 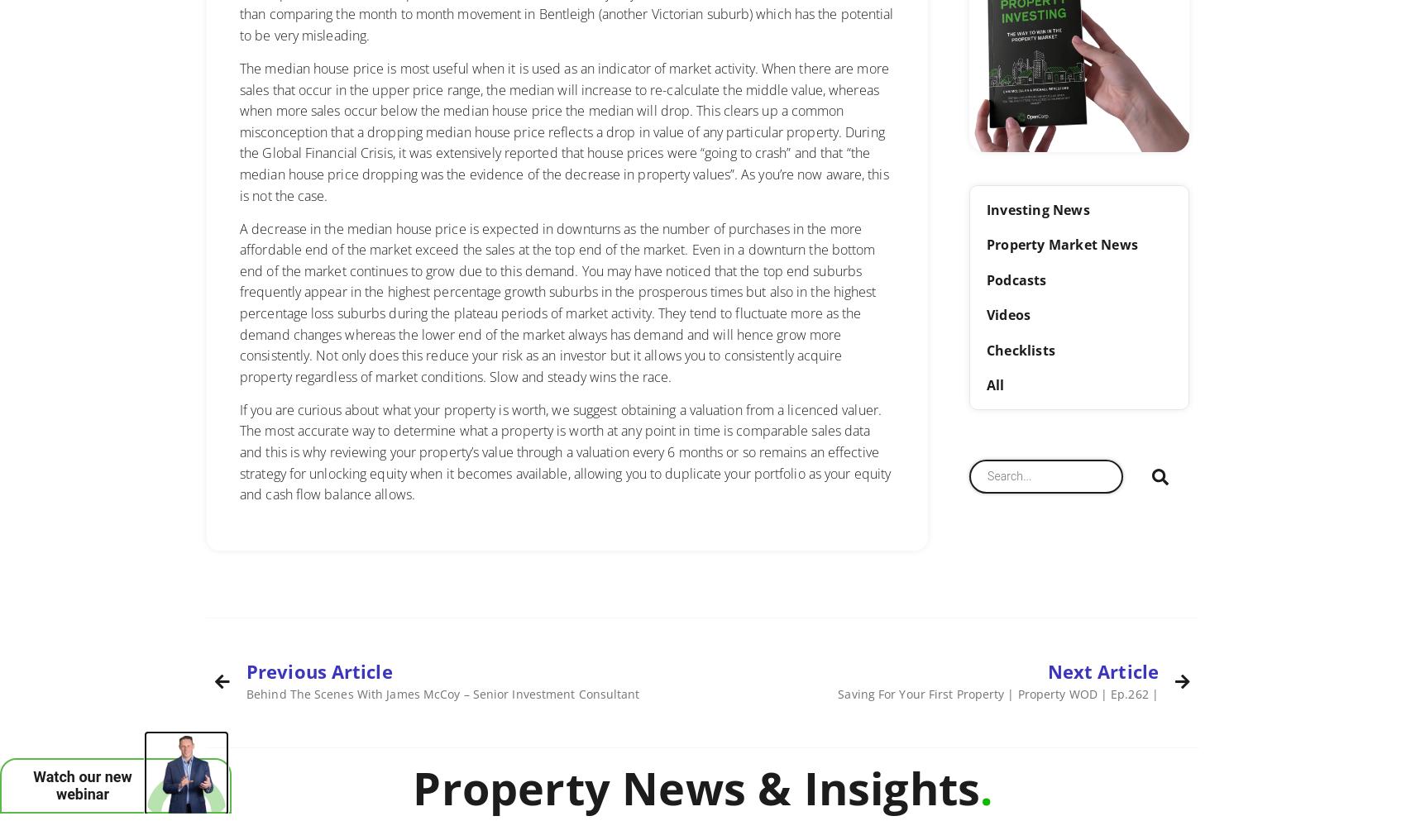 What do you see at coordinates (994, 384) in the screenshot?
I see `'All'` at bounding box center [994, 384].